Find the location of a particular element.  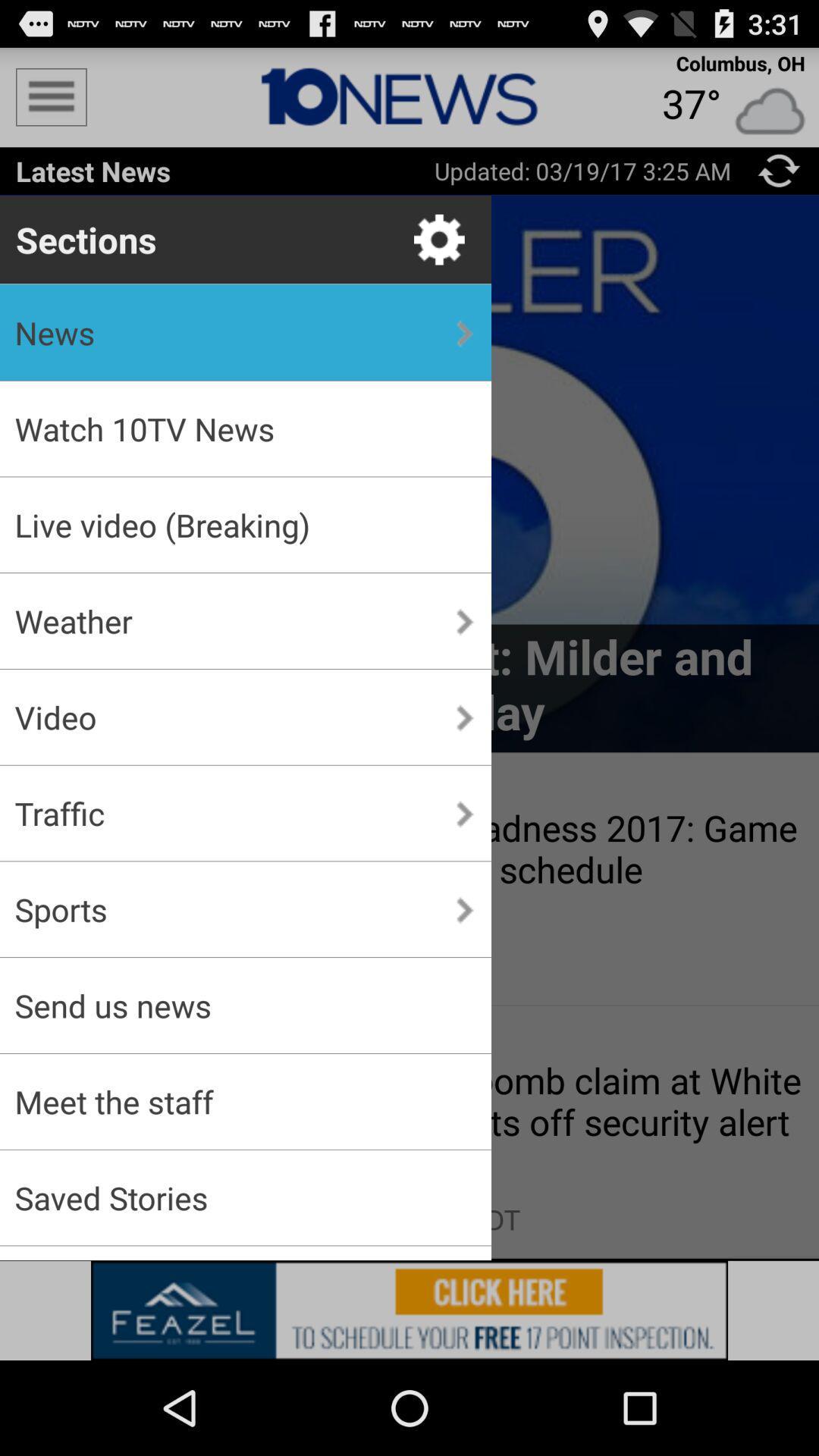

the refresh icon is located at coordinates (779, 182).